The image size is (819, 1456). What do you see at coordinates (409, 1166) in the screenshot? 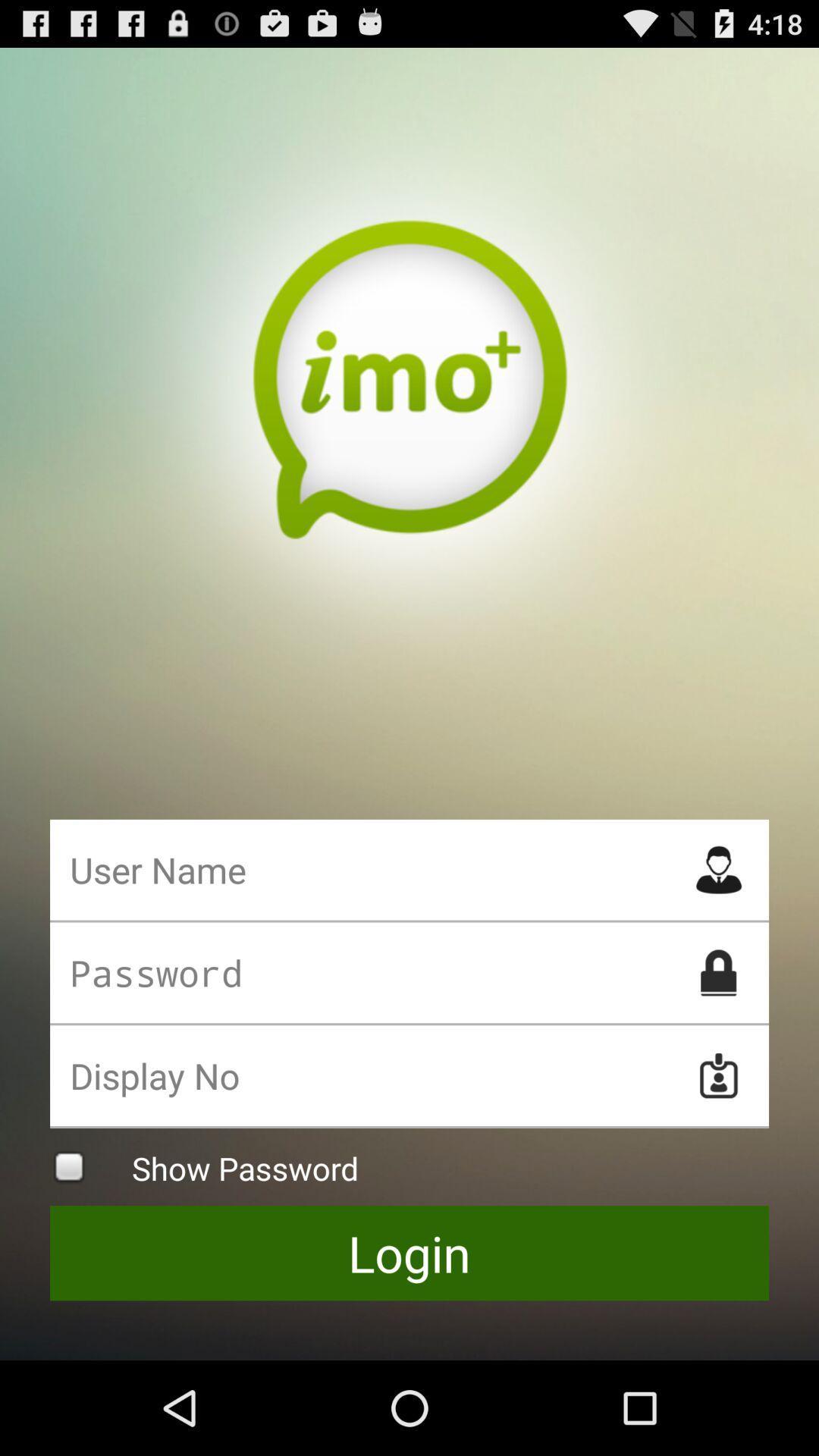
I see `show password checkbox` at bounding box center [409, 1166].